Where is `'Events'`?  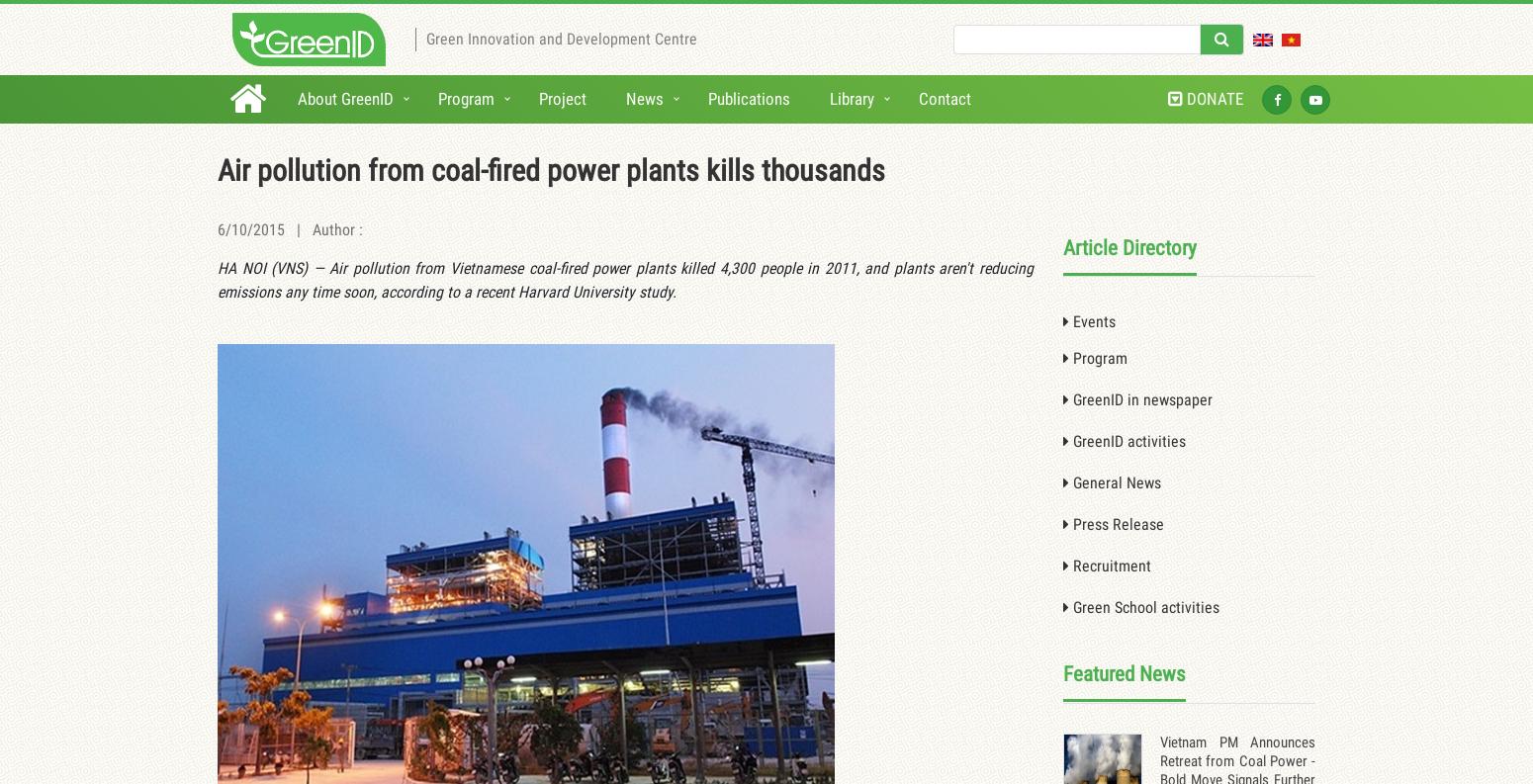
'Events' is located at coordinates (1068, 321).